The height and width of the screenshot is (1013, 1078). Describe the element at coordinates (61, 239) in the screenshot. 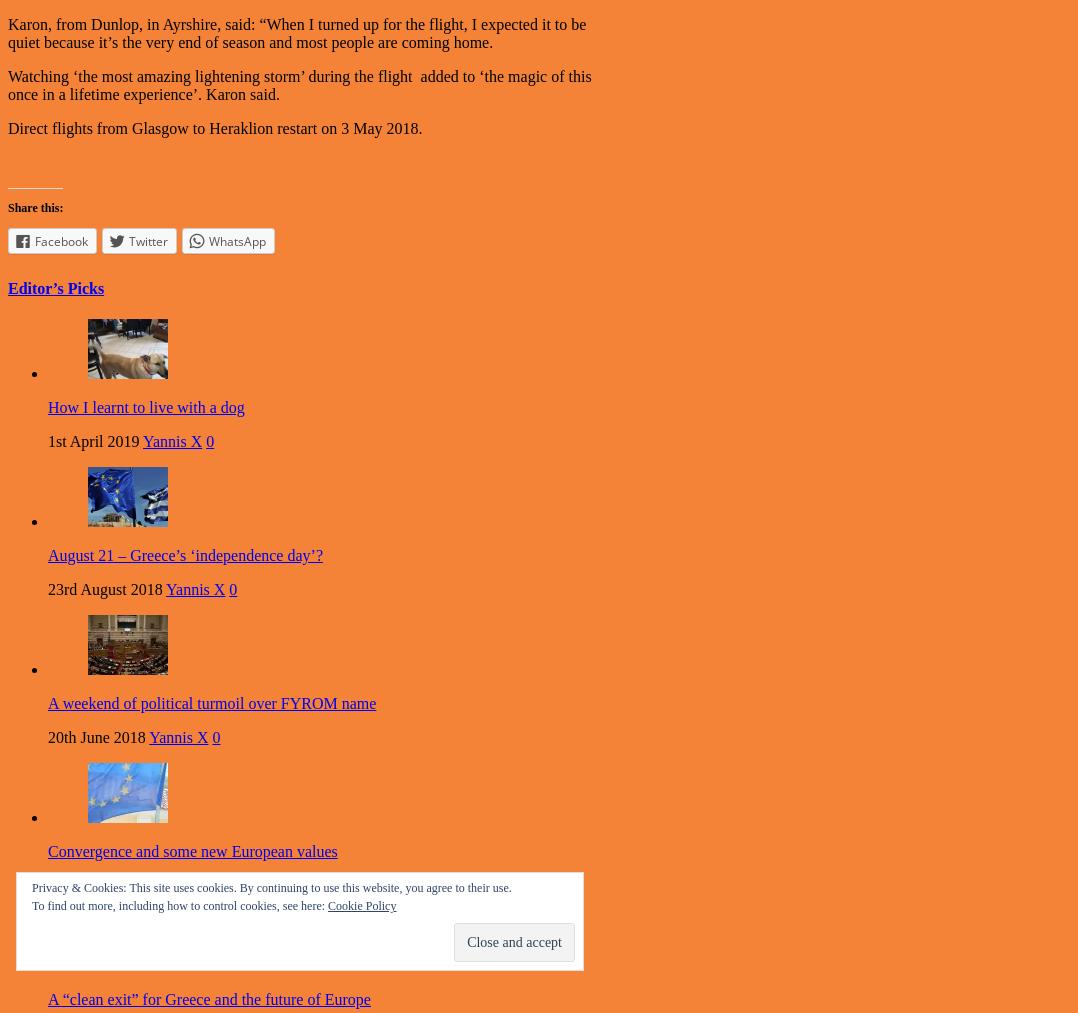

I see `'Facebook'` at that location.